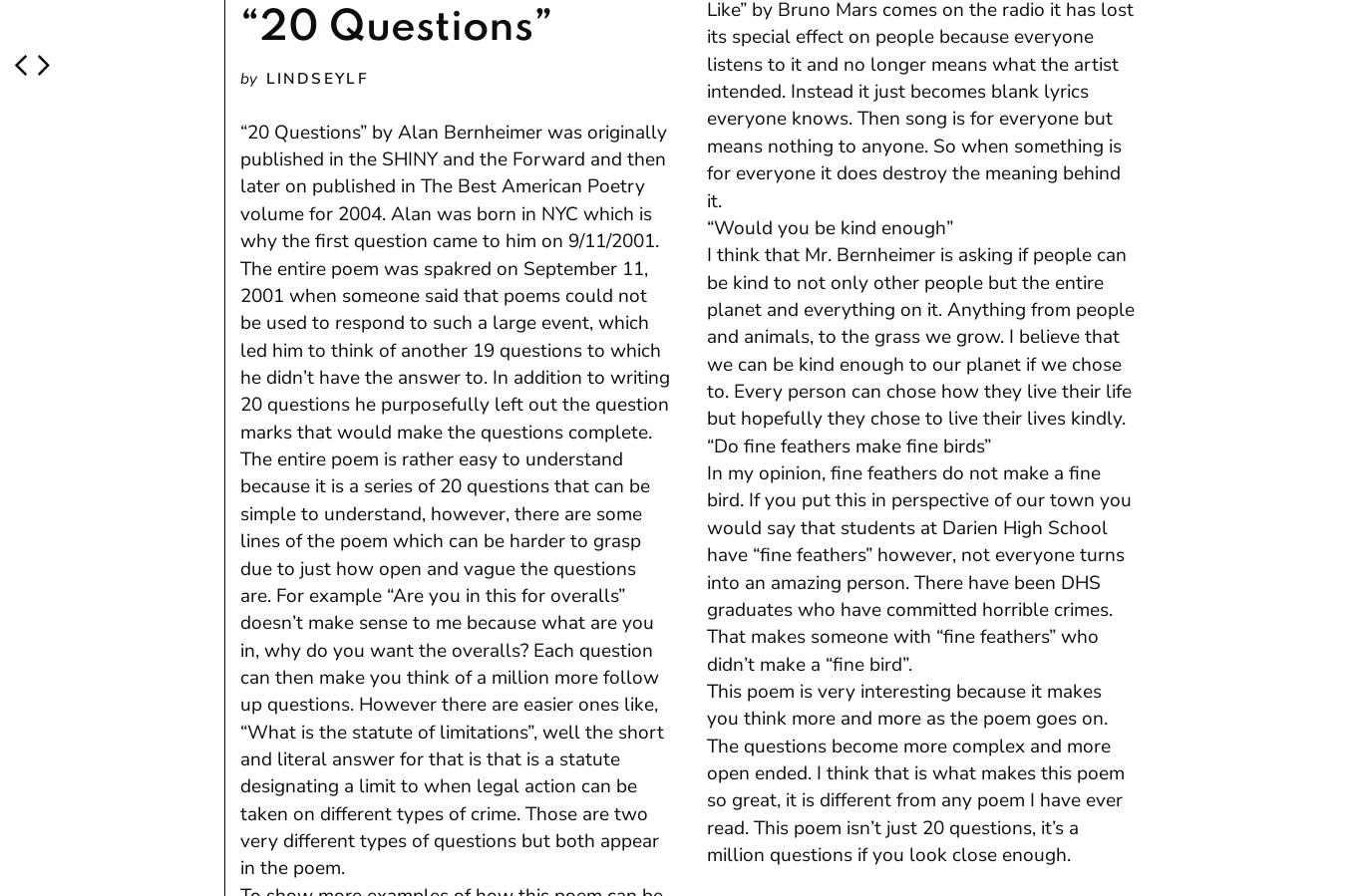  Describe the element at coordinates (919, 336) in the screenshot. I see `'I think that Mr. Bernheimer is asking if people can be kind to not only other people but the entire planet and everything on it. Anything from people and animals, to the grass we grow. I believe that we can be kind enough to our planet if we chose to. Every person can chose how they live their life but hopefully they chose to live their lives kindly.'` at that location.